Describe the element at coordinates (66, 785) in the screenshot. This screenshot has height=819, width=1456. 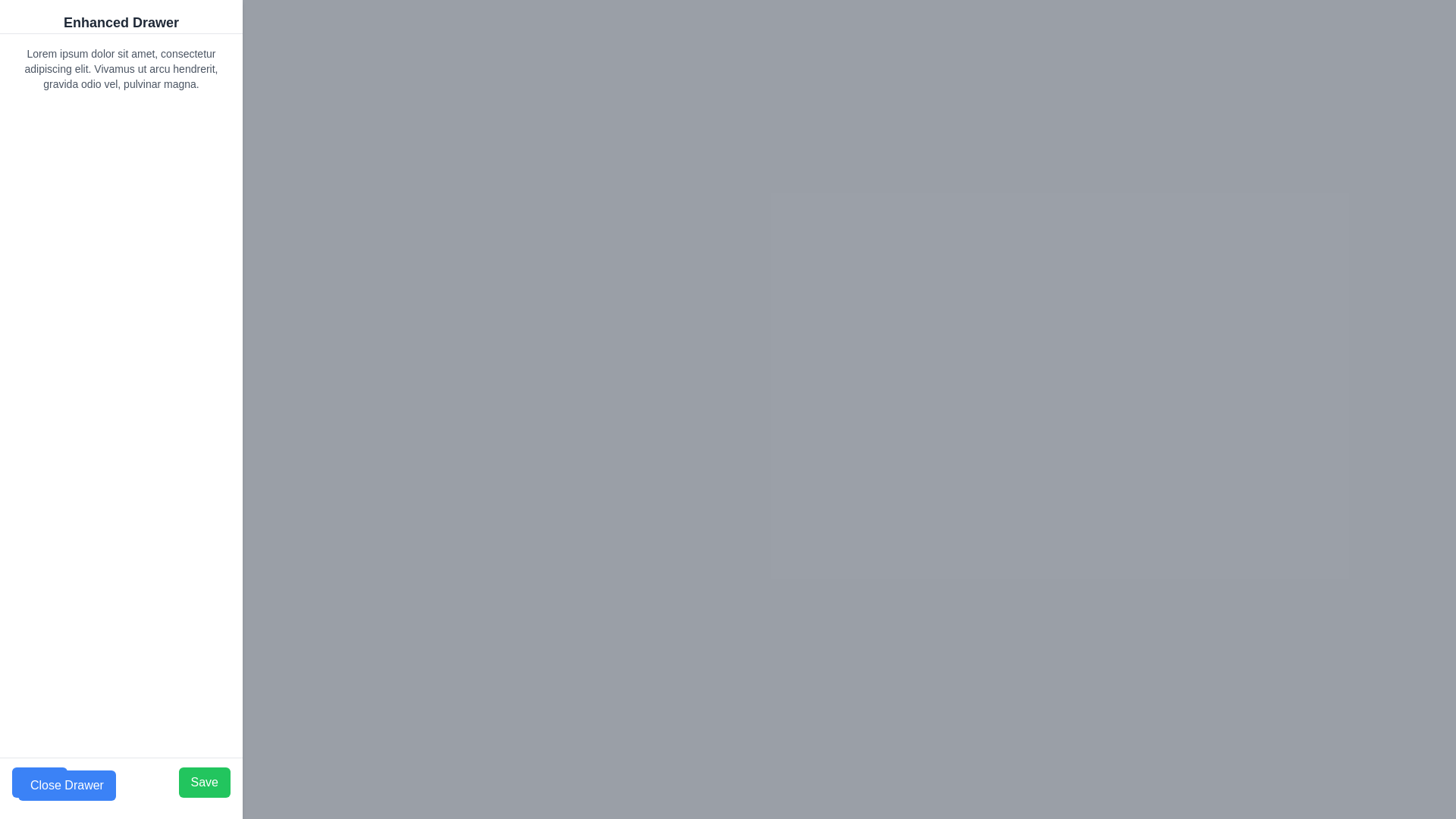
I see `the button located at the bottom-left corner of the interface` at that location.